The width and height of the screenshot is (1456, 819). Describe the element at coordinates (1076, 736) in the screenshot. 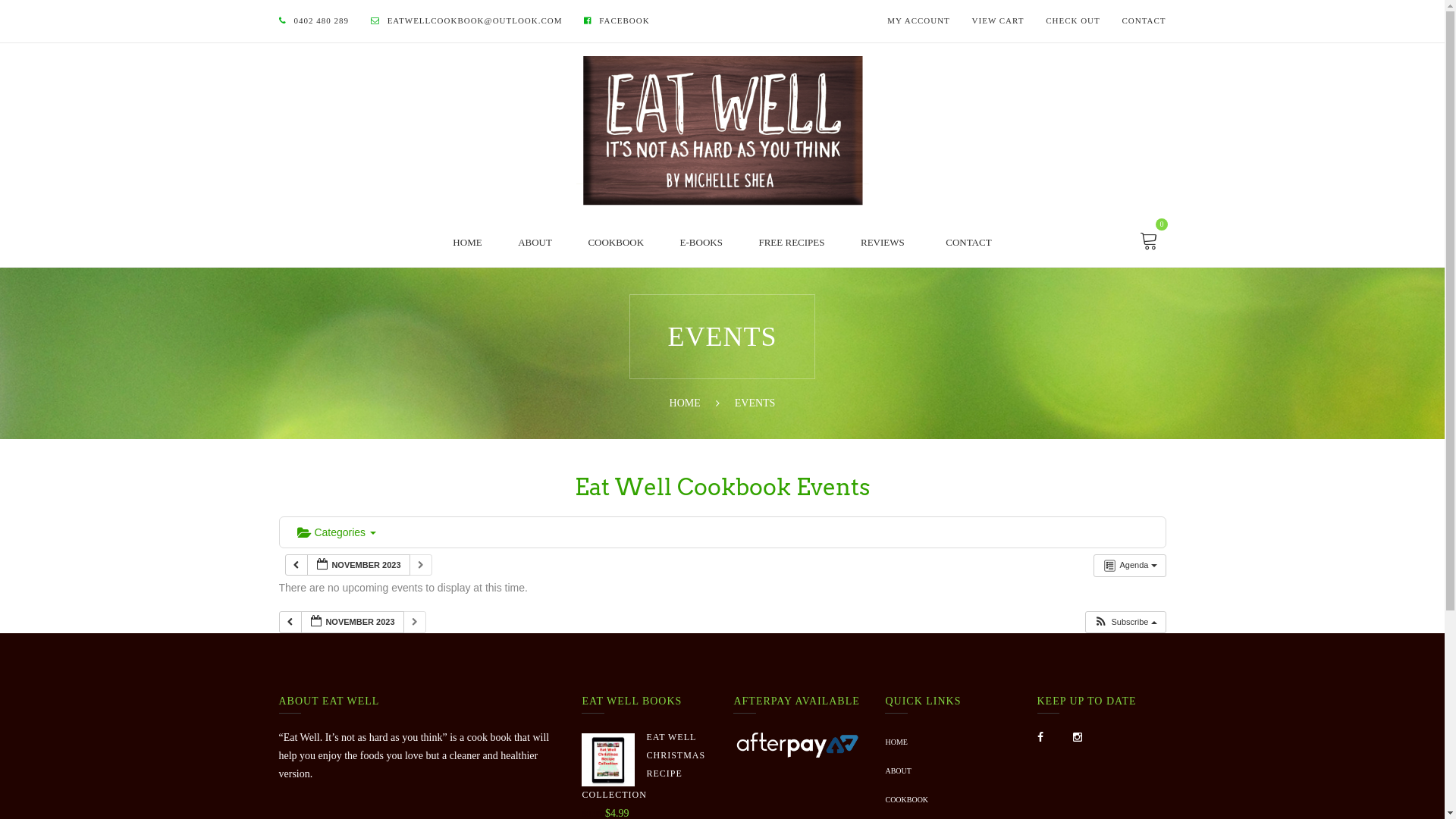

I see `'Instagram'` at that location.